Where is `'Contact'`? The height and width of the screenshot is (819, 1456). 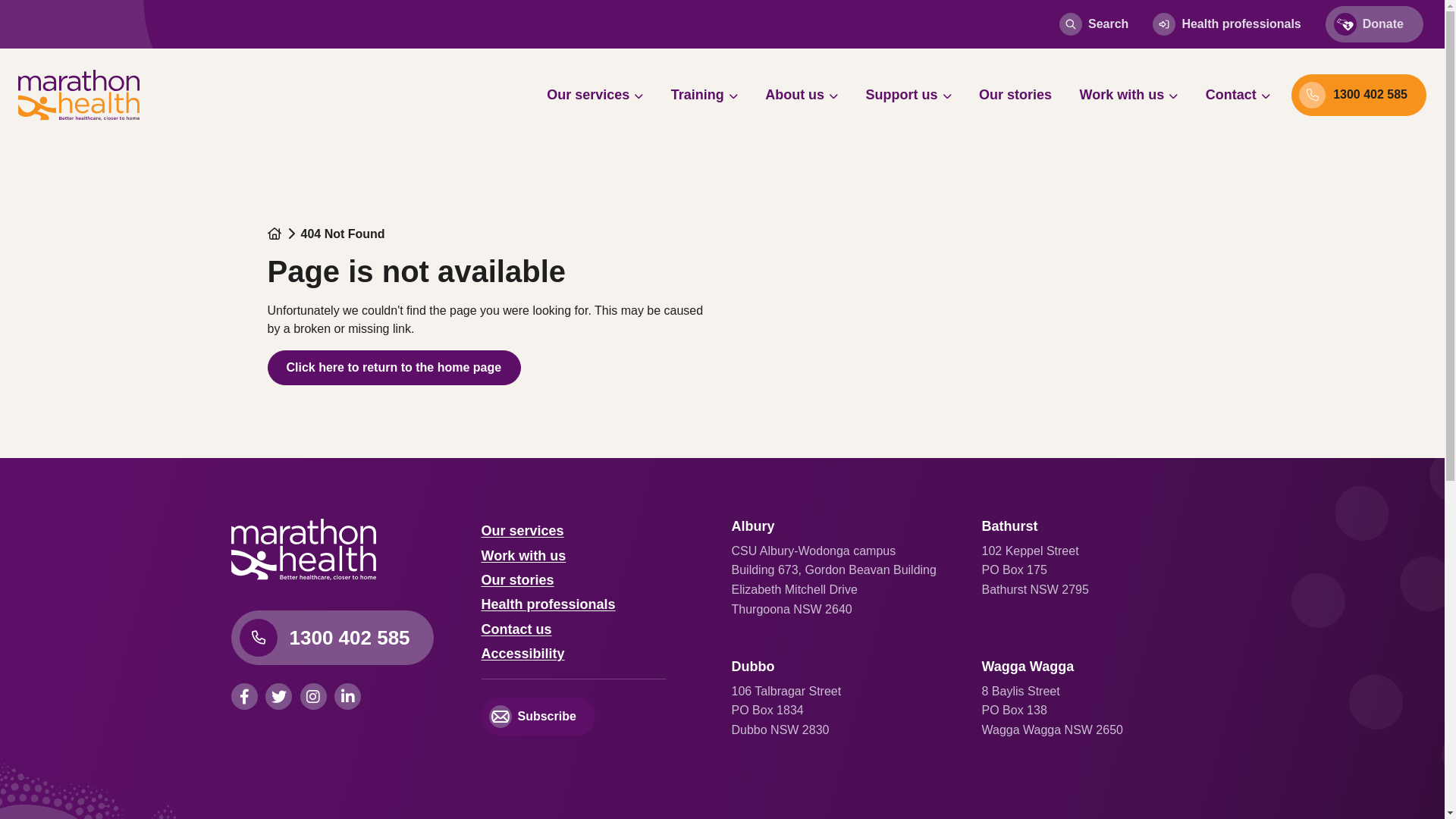 'Contact' is located at coordinates (1238, 94).